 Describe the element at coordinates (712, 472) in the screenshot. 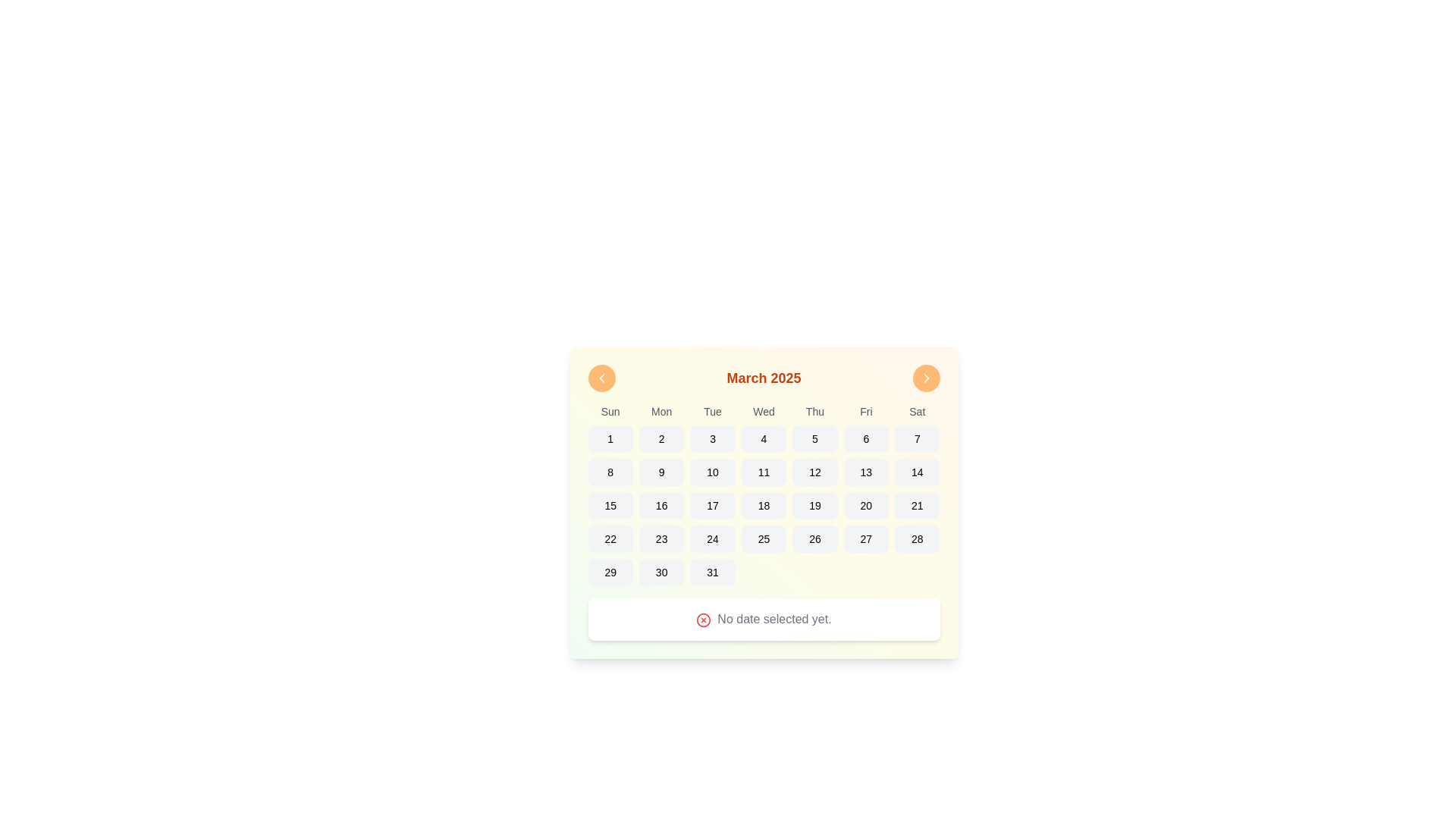

I see `the rectangular button labeled '10' in the third column and third row of the monthly calendar grid` at that location.